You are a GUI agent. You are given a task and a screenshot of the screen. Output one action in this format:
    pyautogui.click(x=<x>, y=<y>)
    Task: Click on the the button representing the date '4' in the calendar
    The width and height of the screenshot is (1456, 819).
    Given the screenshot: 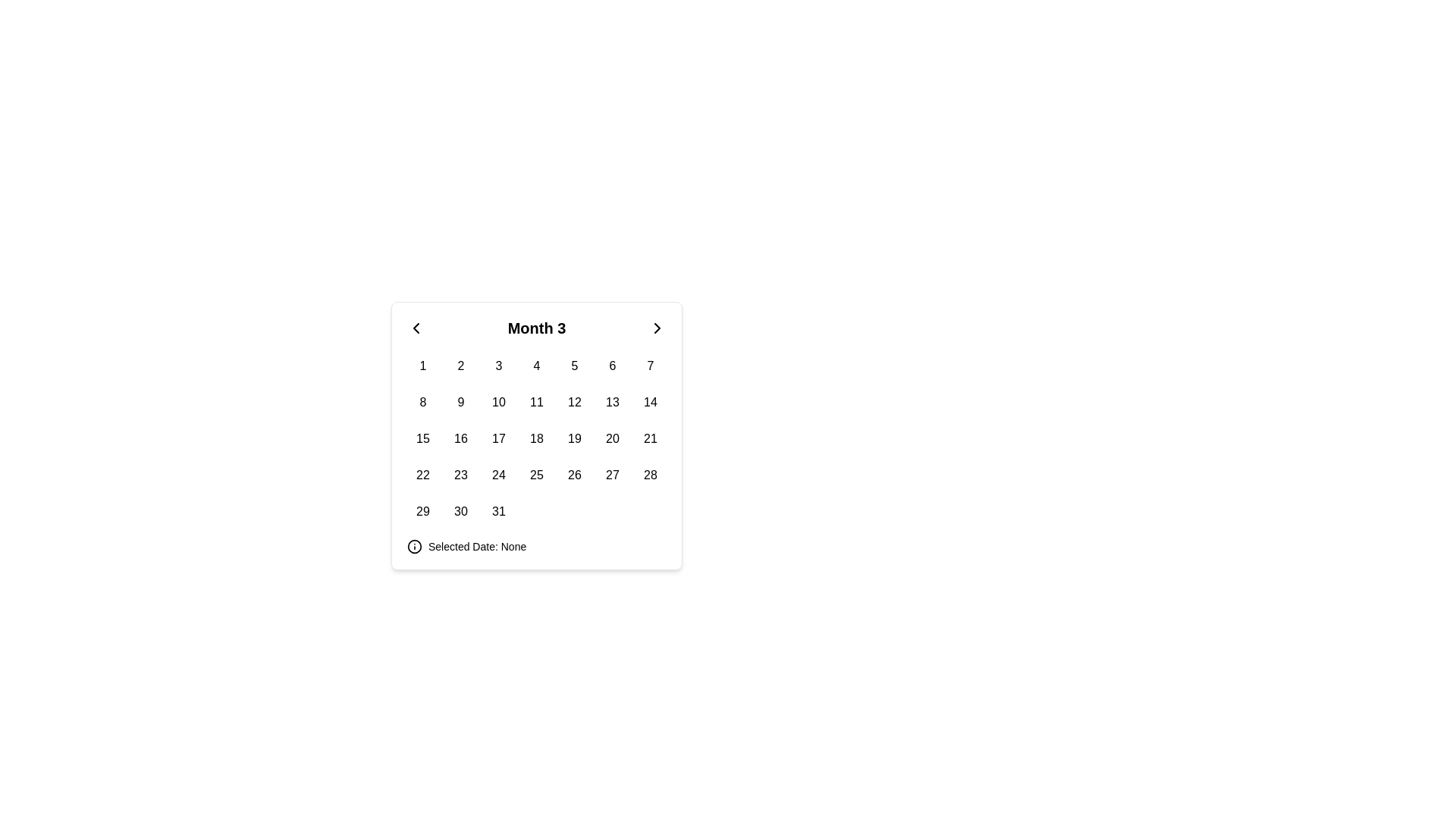 What is the action you would take?
    pyautogui.click(x=537, y=366)
    